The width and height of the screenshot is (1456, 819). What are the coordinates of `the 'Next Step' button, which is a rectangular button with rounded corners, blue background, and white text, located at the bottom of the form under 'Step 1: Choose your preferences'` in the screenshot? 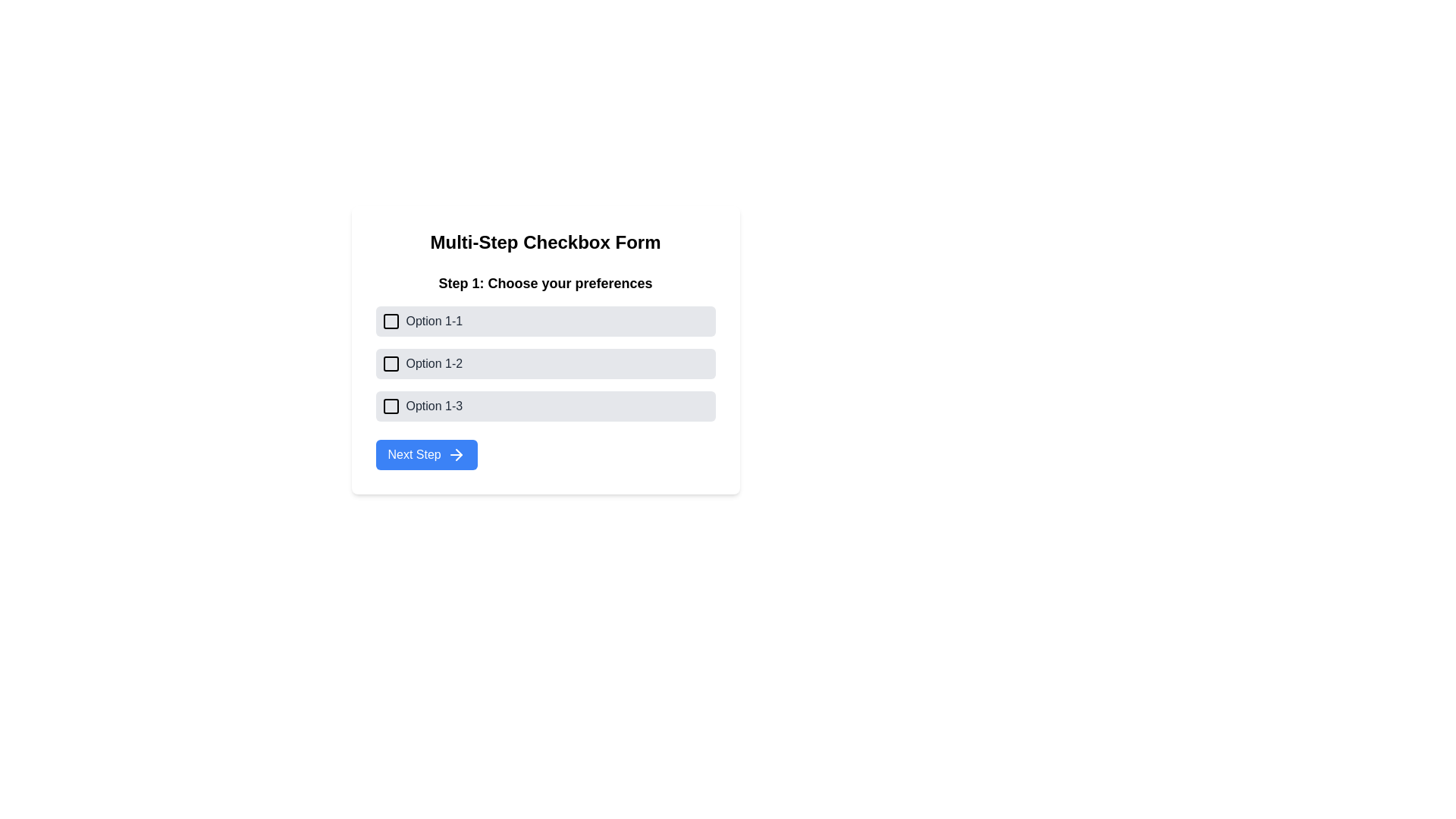 It's located at (425, 454).